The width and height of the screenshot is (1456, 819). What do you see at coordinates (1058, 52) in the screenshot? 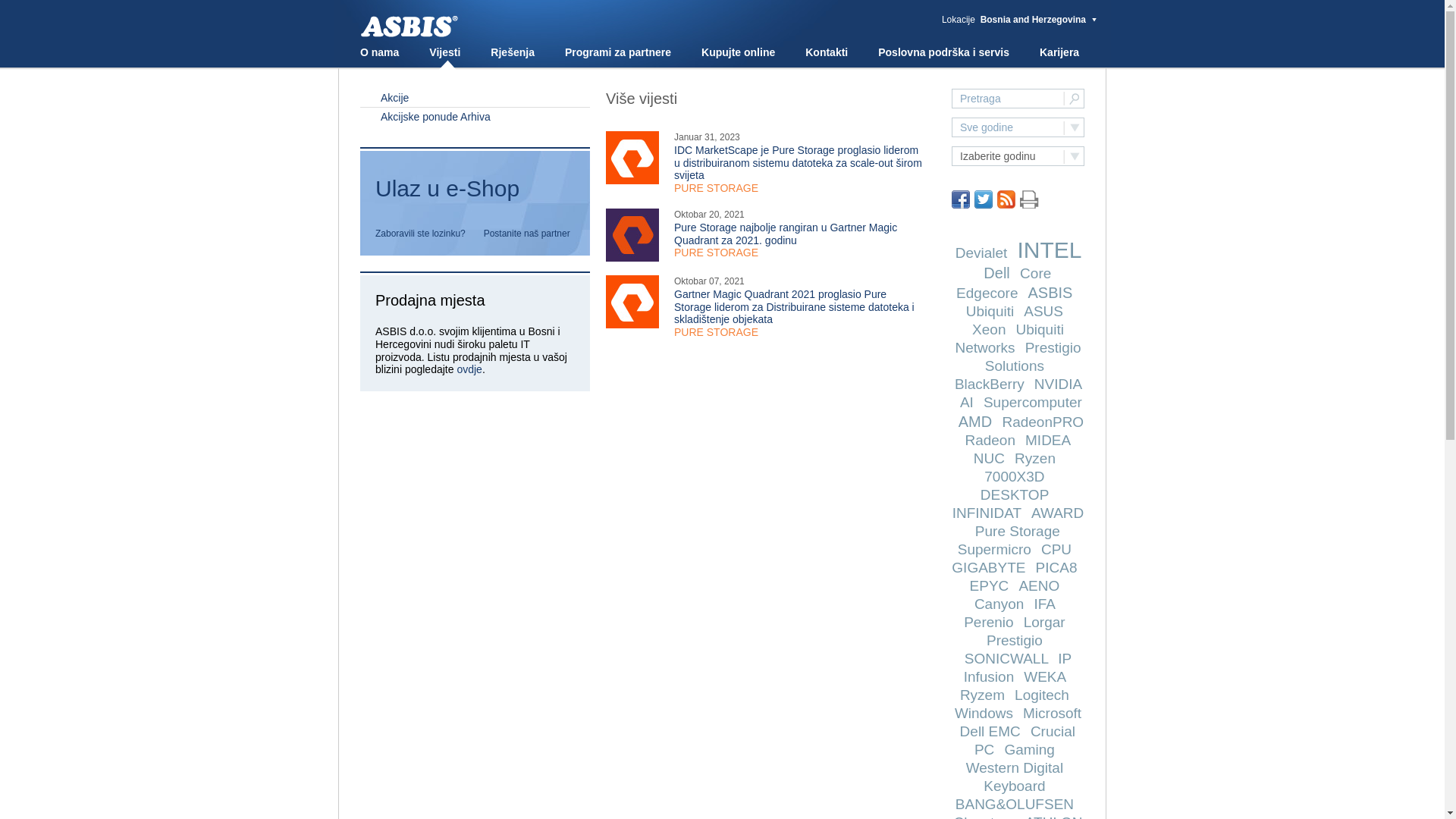
I see `'Karijera'` at bounding box center [1058, 52].